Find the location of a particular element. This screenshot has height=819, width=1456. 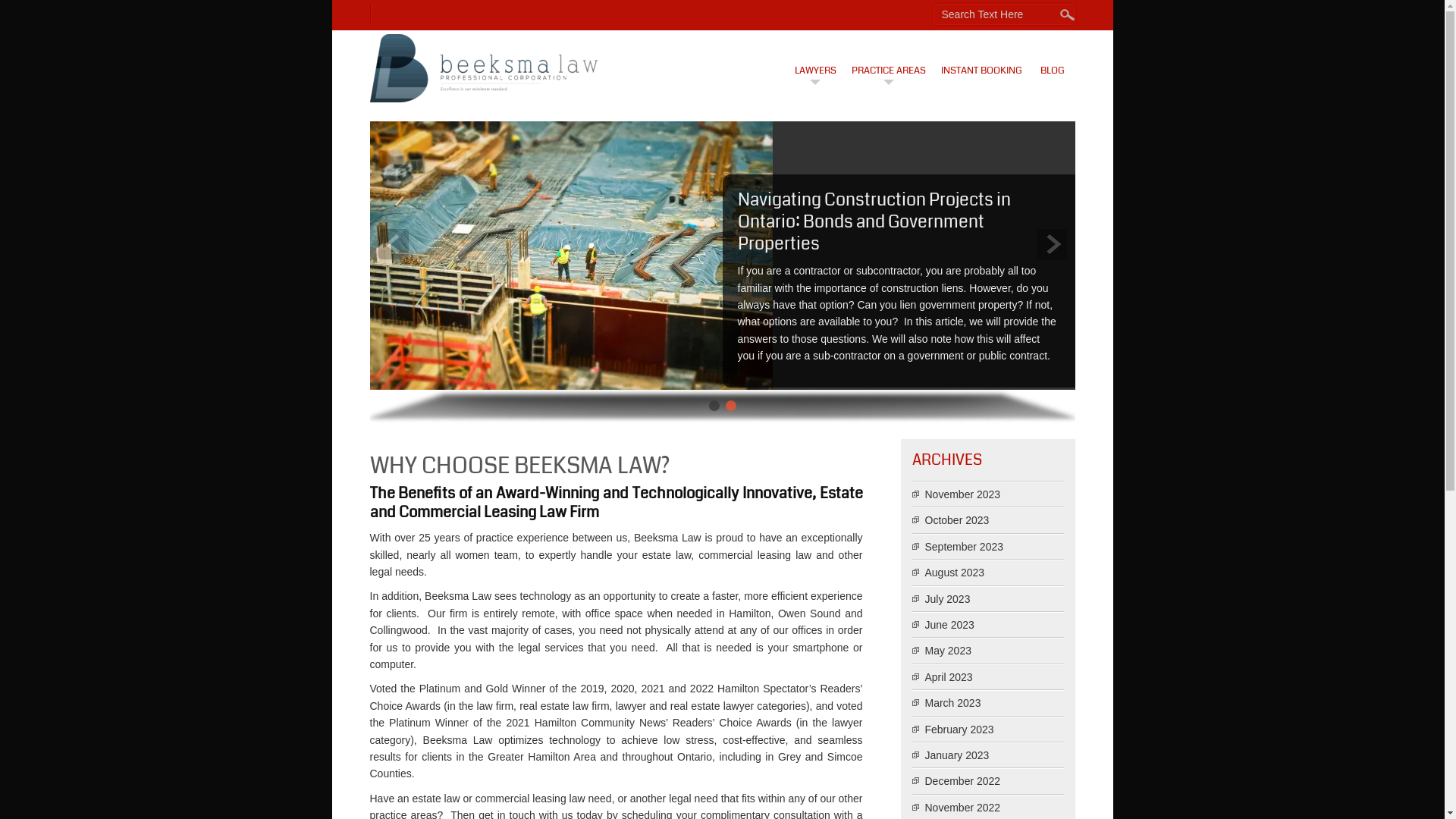

'Prev' is located at coordinates (393, 243).